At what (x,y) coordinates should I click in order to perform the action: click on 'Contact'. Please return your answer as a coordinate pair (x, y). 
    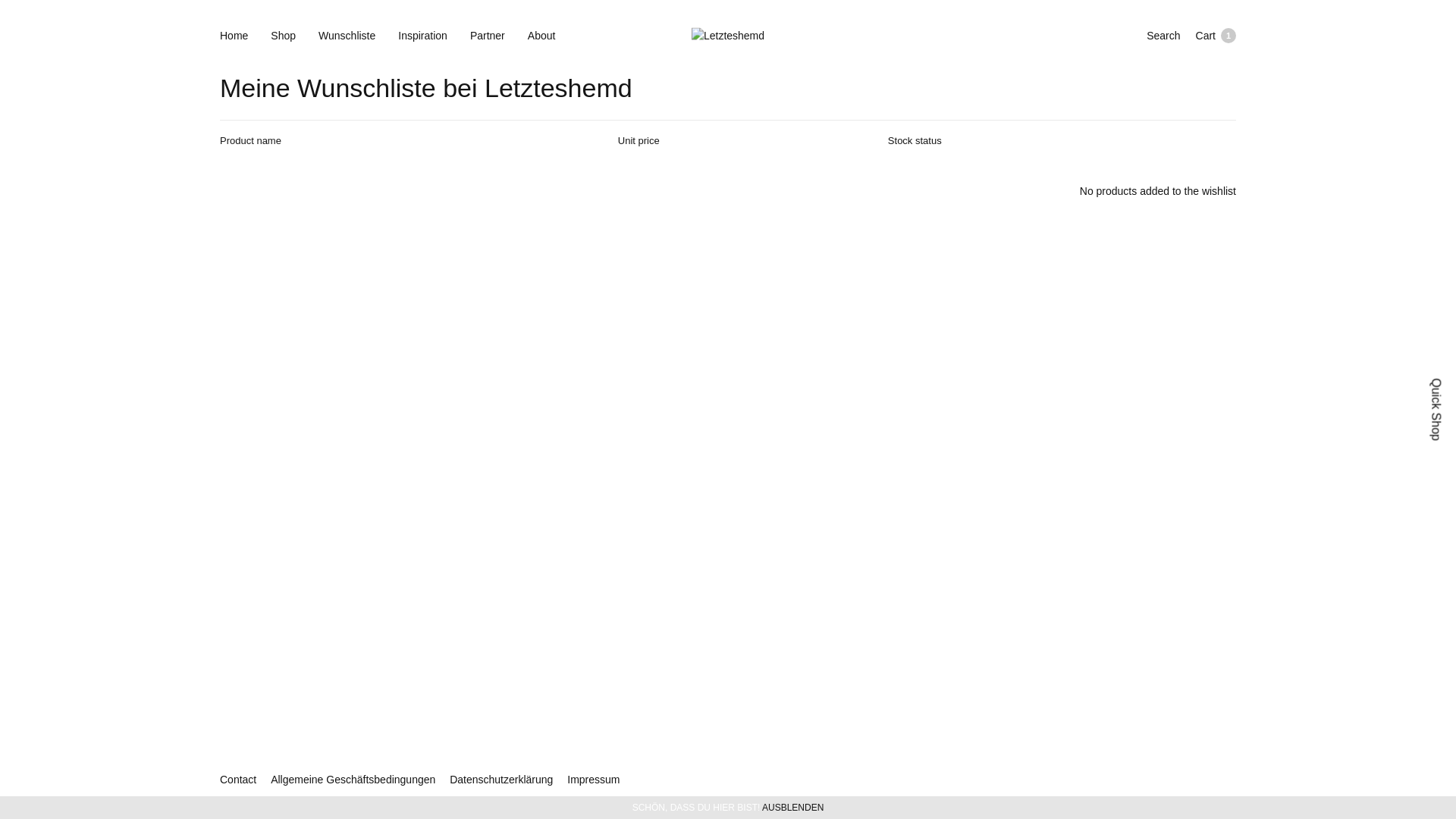
    Looking at the image, I should click on (237, 780).